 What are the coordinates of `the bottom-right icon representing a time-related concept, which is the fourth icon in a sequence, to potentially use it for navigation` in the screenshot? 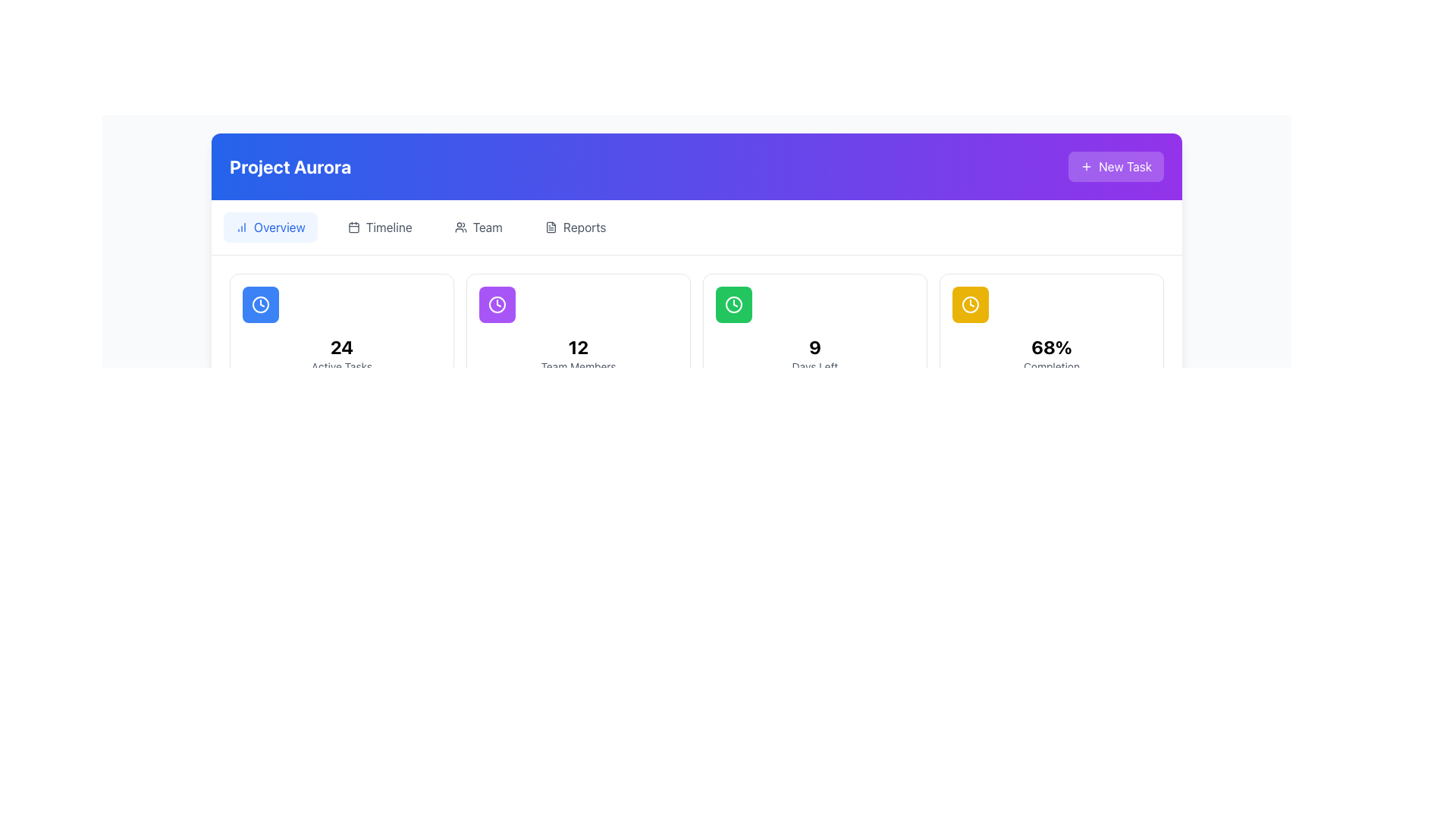 It's located at (971, 304).